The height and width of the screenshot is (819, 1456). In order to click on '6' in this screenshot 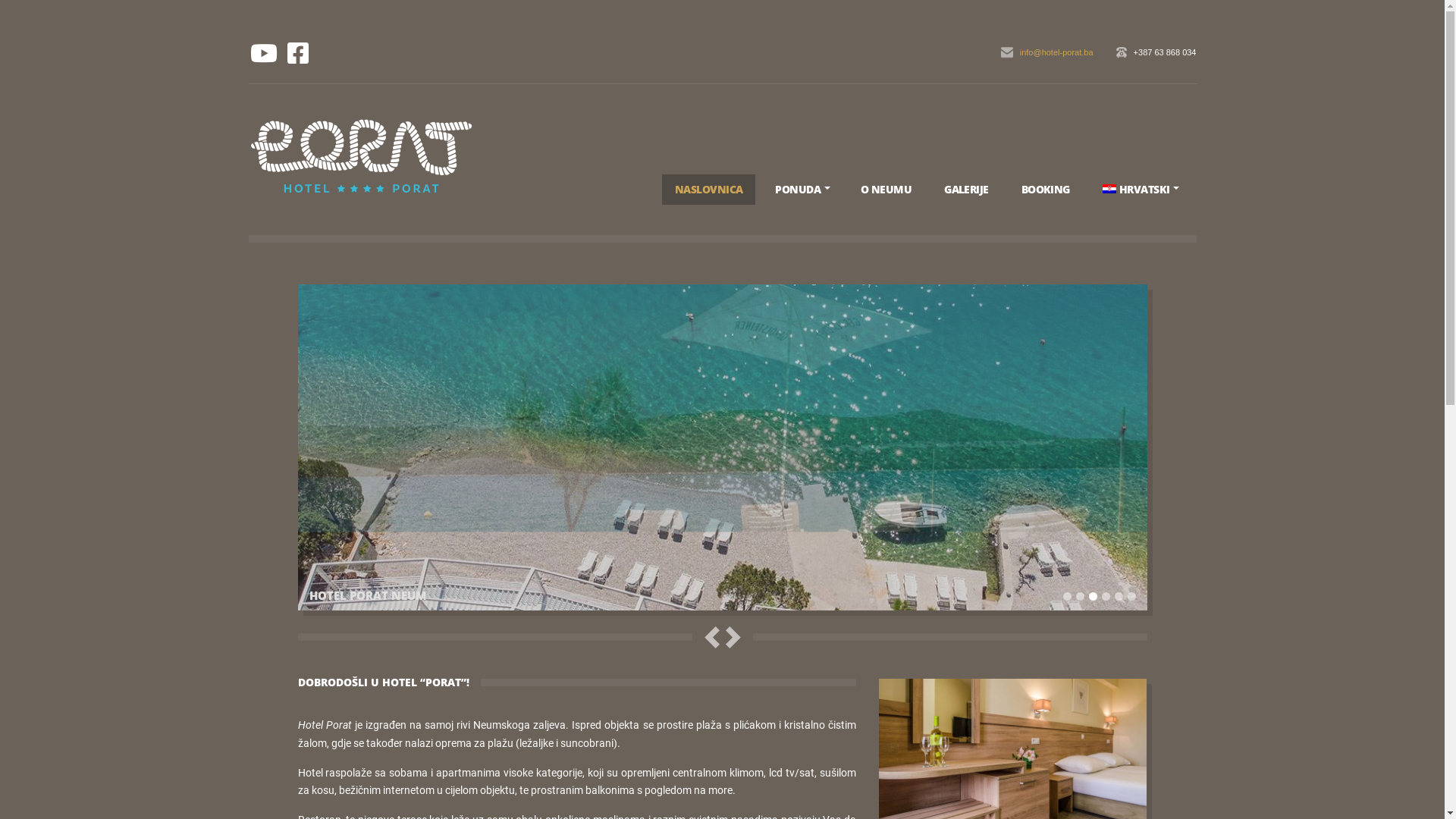, I will do `click(1131, 595)`.